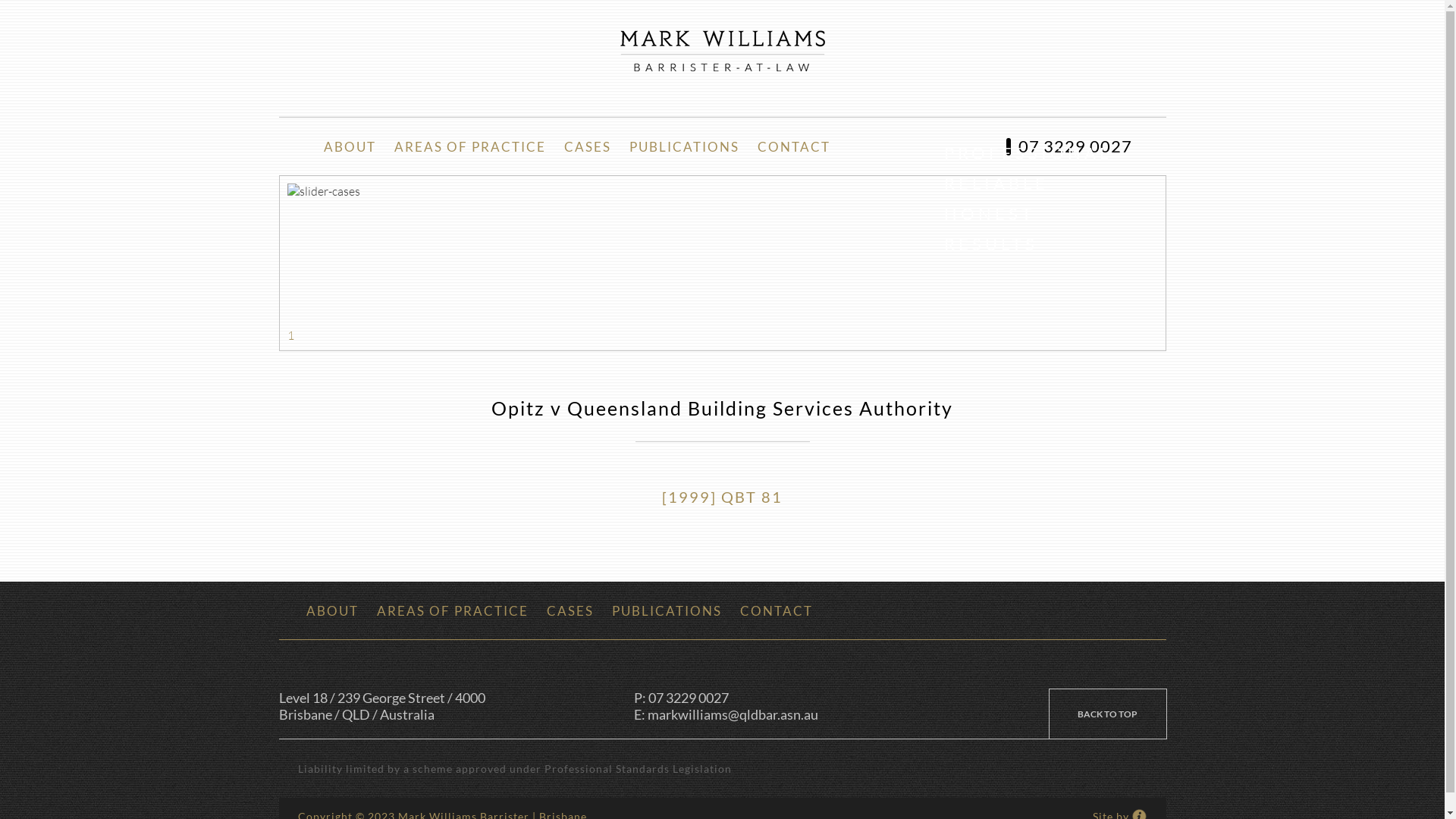 Image resolution: width=1456 pixels, height=819 pixels. Describe the element at coordinates (348, 146) in the screenshot. I see `'ABOUT'` at that location.